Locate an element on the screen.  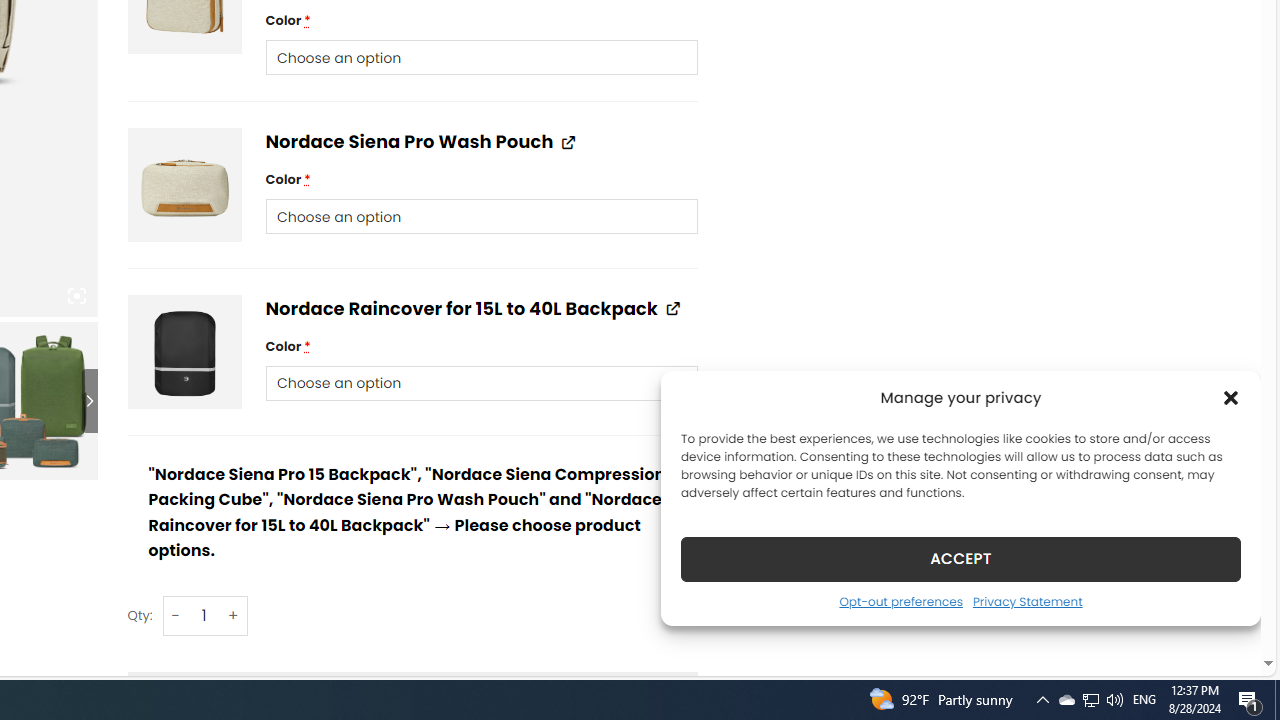
'ACCEPT' is located at coordinates (961, 558).